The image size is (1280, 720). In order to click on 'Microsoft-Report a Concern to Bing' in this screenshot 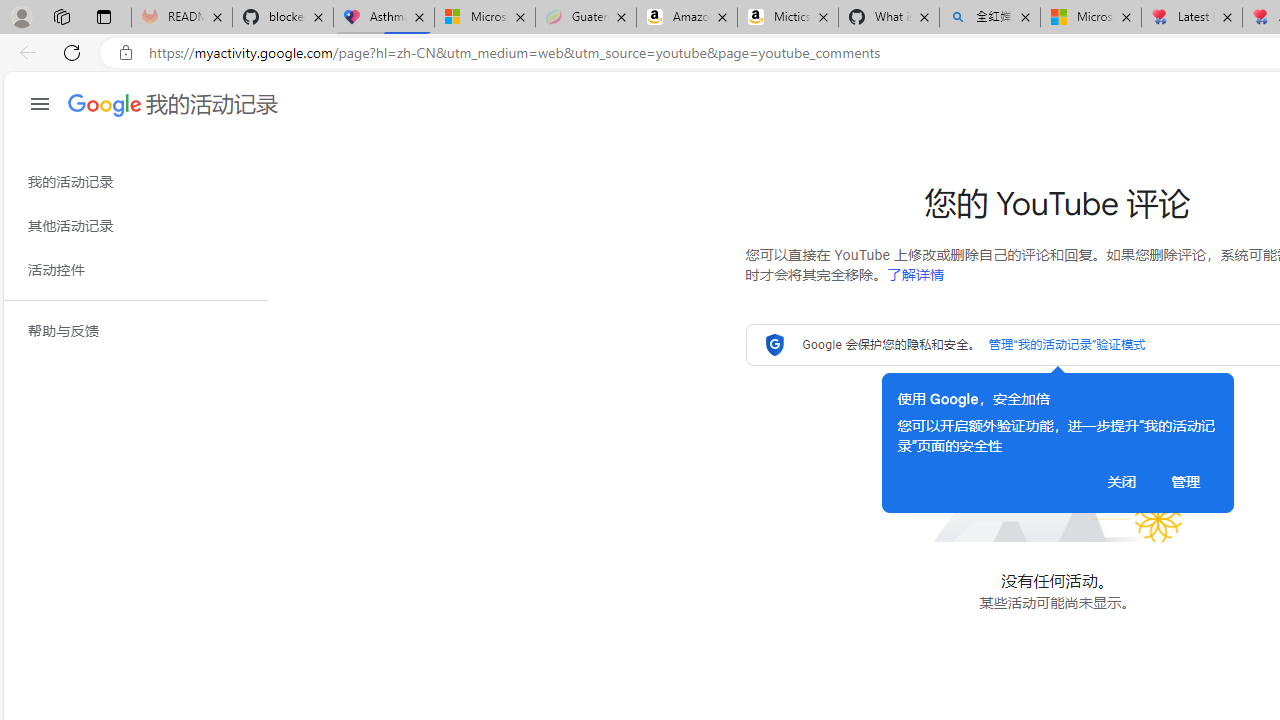, I will do `click(485, 17)`.